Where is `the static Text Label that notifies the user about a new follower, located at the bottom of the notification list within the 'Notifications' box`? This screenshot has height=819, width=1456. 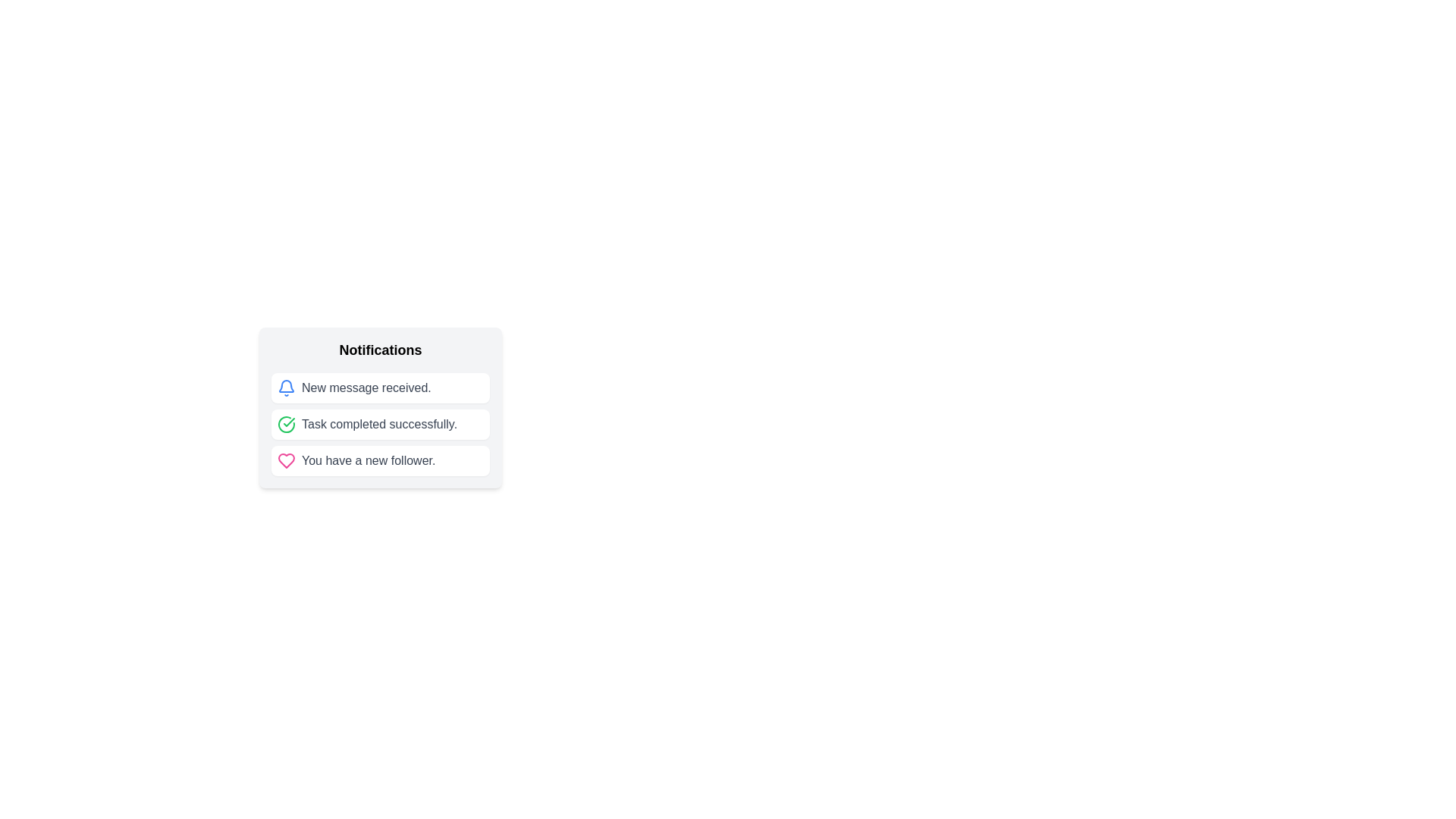 the static Text Label that notifies the user about a new follower, located at the bottom of the notification list within the 'Notifications' box is located at coordinates (381, 460).